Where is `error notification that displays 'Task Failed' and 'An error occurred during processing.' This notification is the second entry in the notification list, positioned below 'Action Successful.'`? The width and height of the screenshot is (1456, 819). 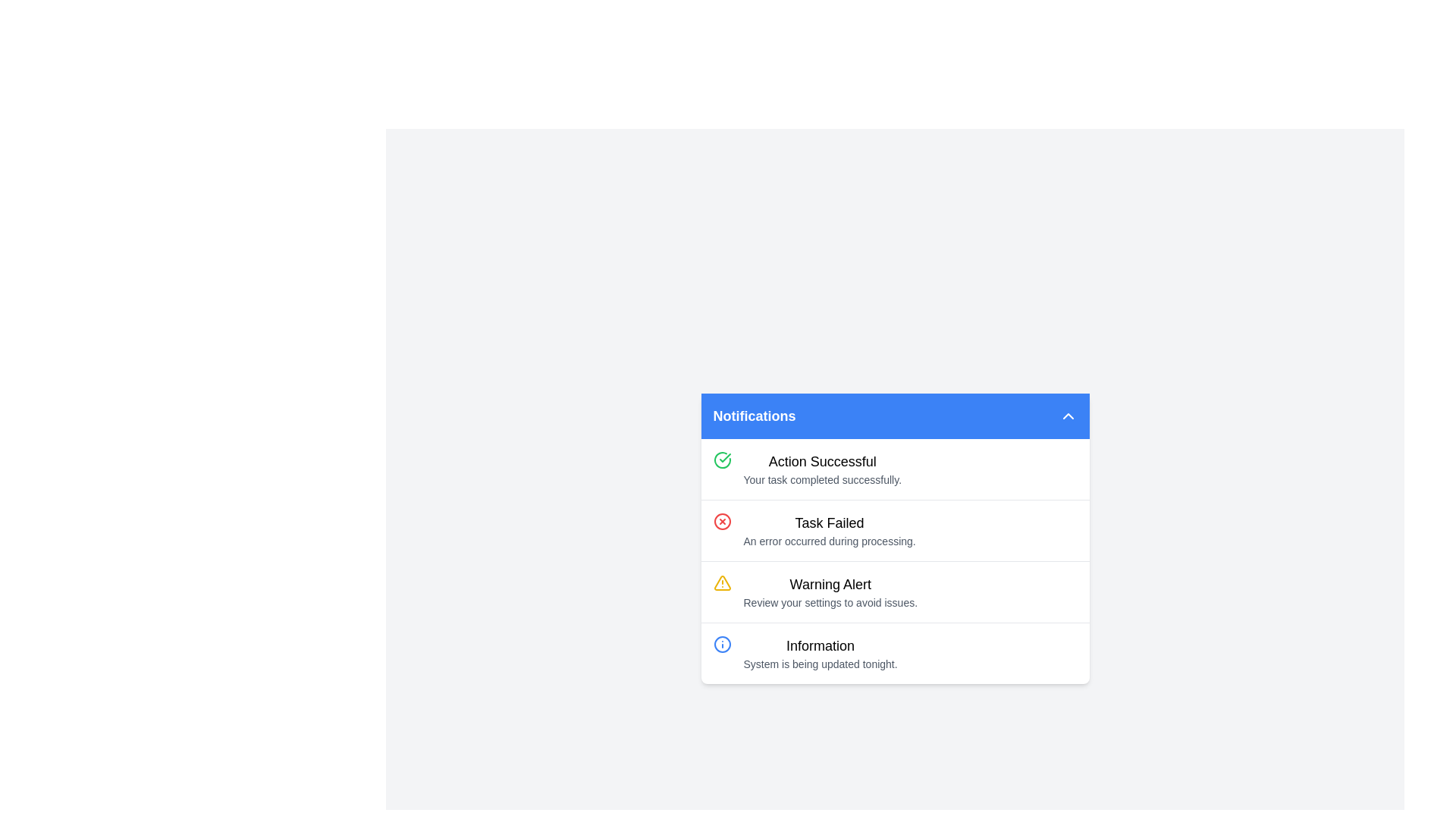
error notification that displays 'Task Failed' and 'An error occurred during processing.' This notification is the second entry in the notification list, positioned below 'Action Successful.' is located at coordinates (895, 529).